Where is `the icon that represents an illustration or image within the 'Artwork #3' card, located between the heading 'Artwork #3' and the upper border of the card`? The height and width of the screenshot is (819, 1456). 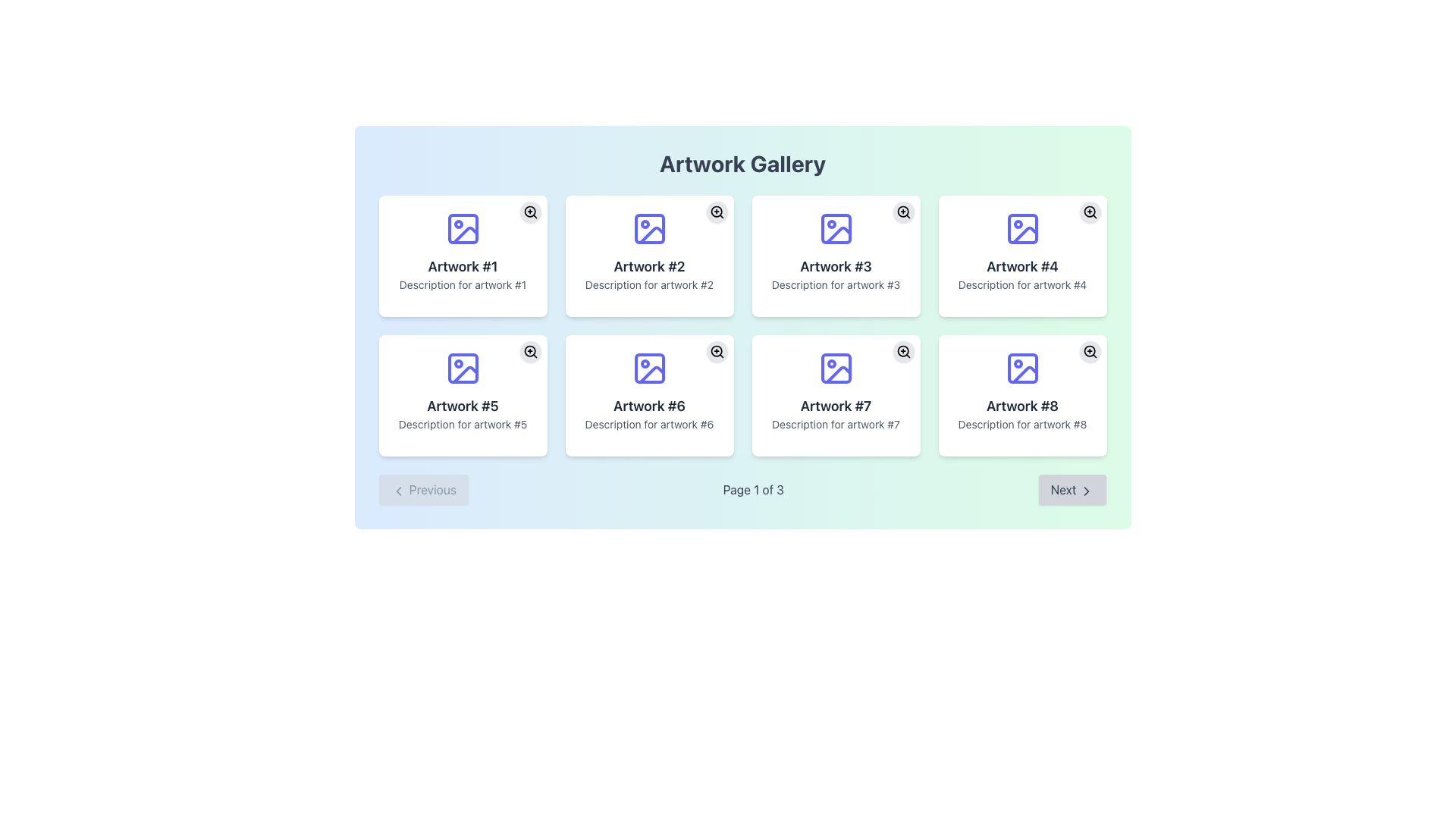 the icon that represents an illustration or image within the 'Artwork #3' card, located between the heading 'Artwork #3' and the upper border of the card is located at coordinates (835, 228).